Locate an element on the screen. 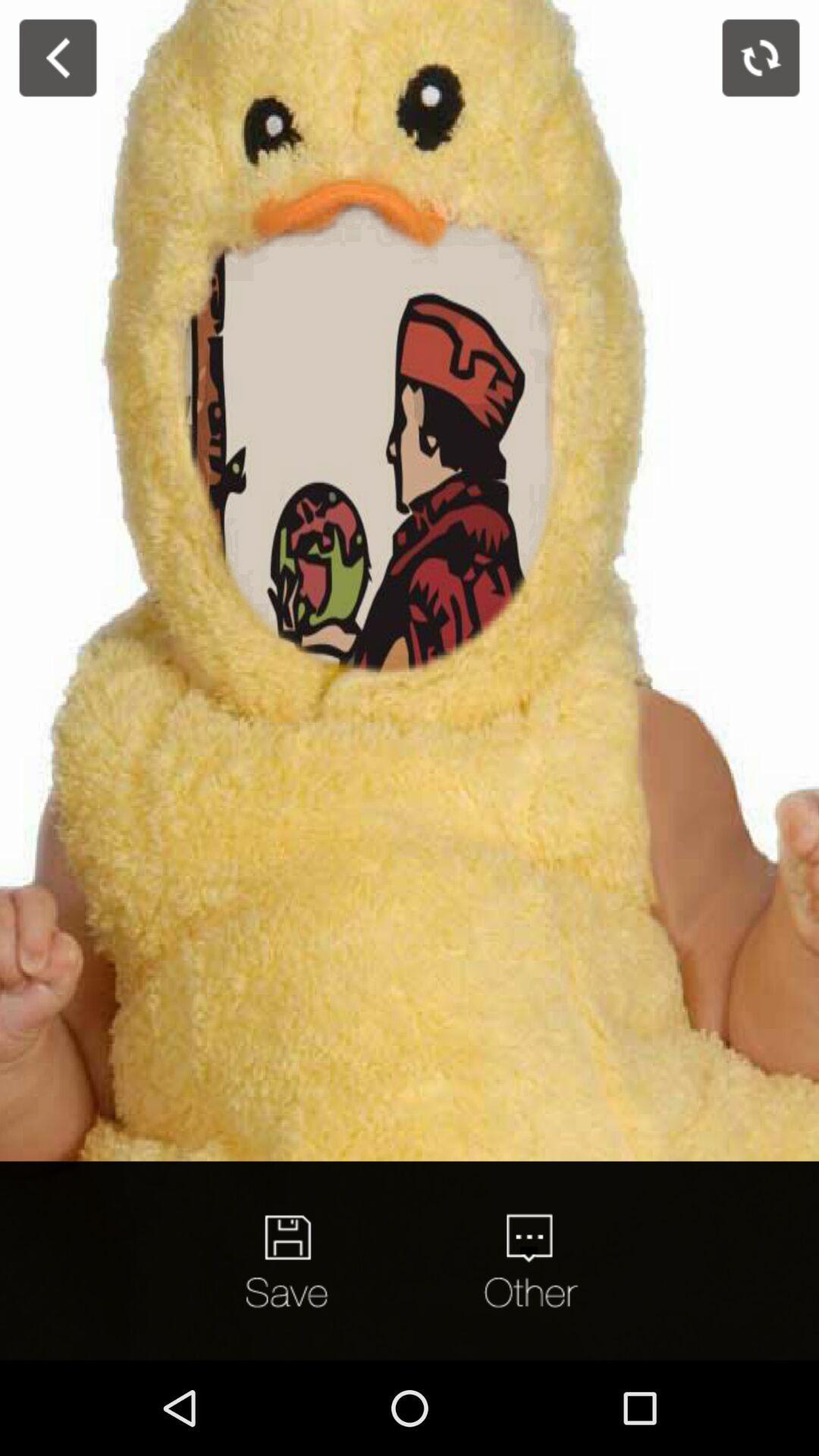 The image size is (819, 1456). the save icon is located at coordinates (290, 1260).